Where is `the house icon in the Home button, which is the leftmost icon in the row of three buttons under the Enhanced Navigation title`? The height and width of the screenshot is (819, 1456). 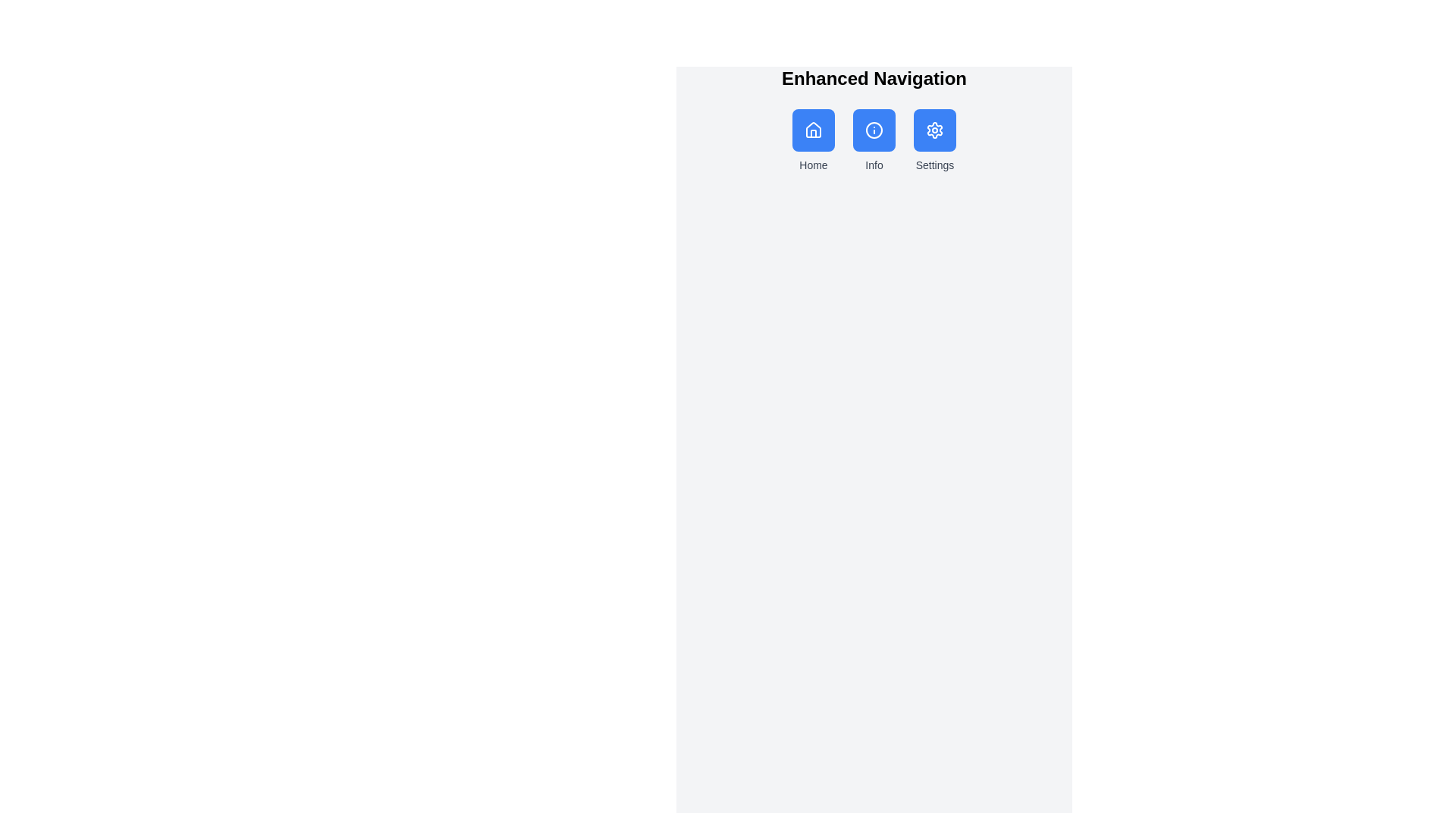 the house icon in the Home button, which is the leftmost icon in the row of three buttons under the Enhanced Navigation title is located at coordinates (813, 128).